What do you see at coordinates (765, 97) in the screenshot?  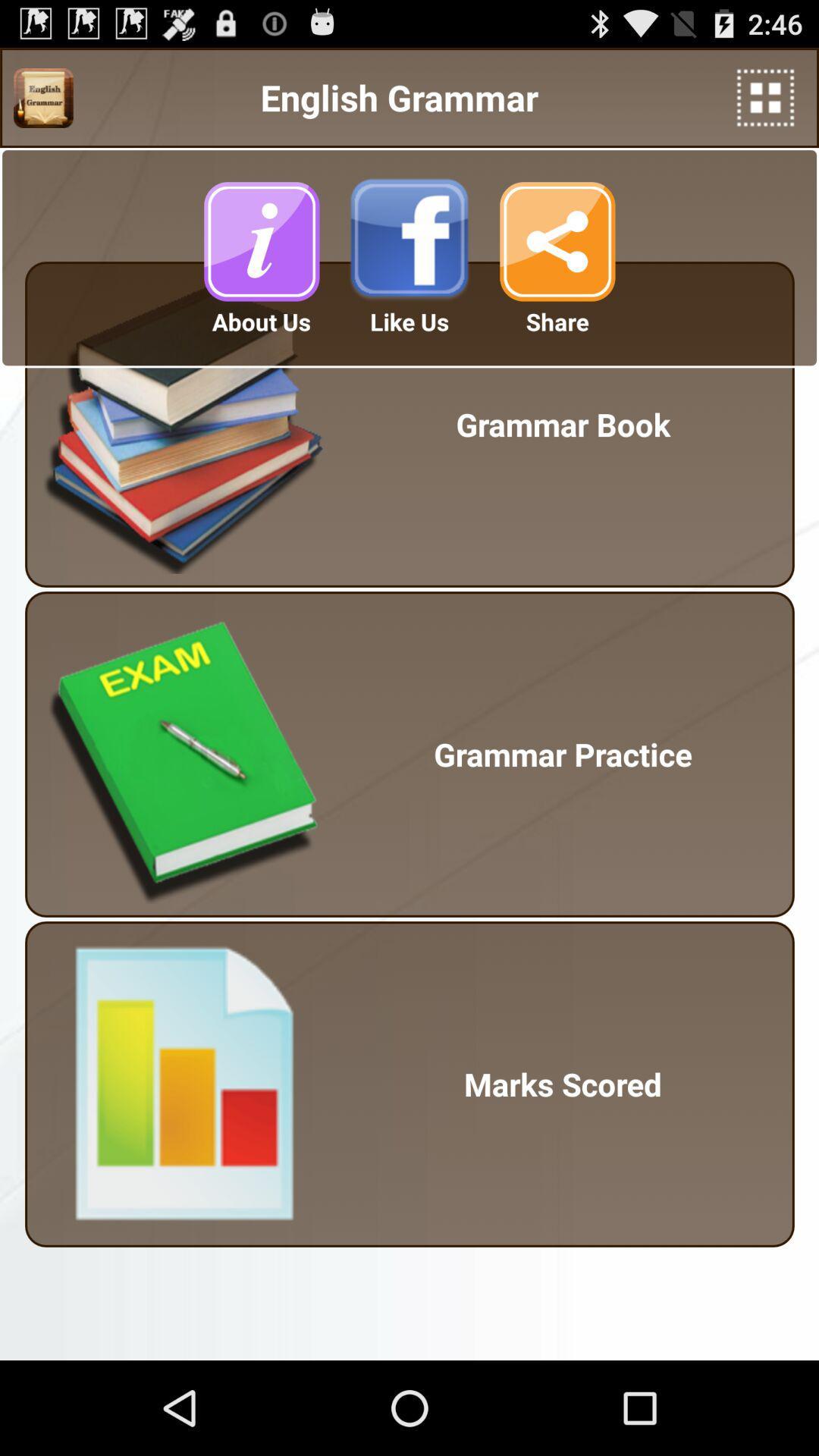 I see `icon above grammar book icon` at bounding box center [765, 97].